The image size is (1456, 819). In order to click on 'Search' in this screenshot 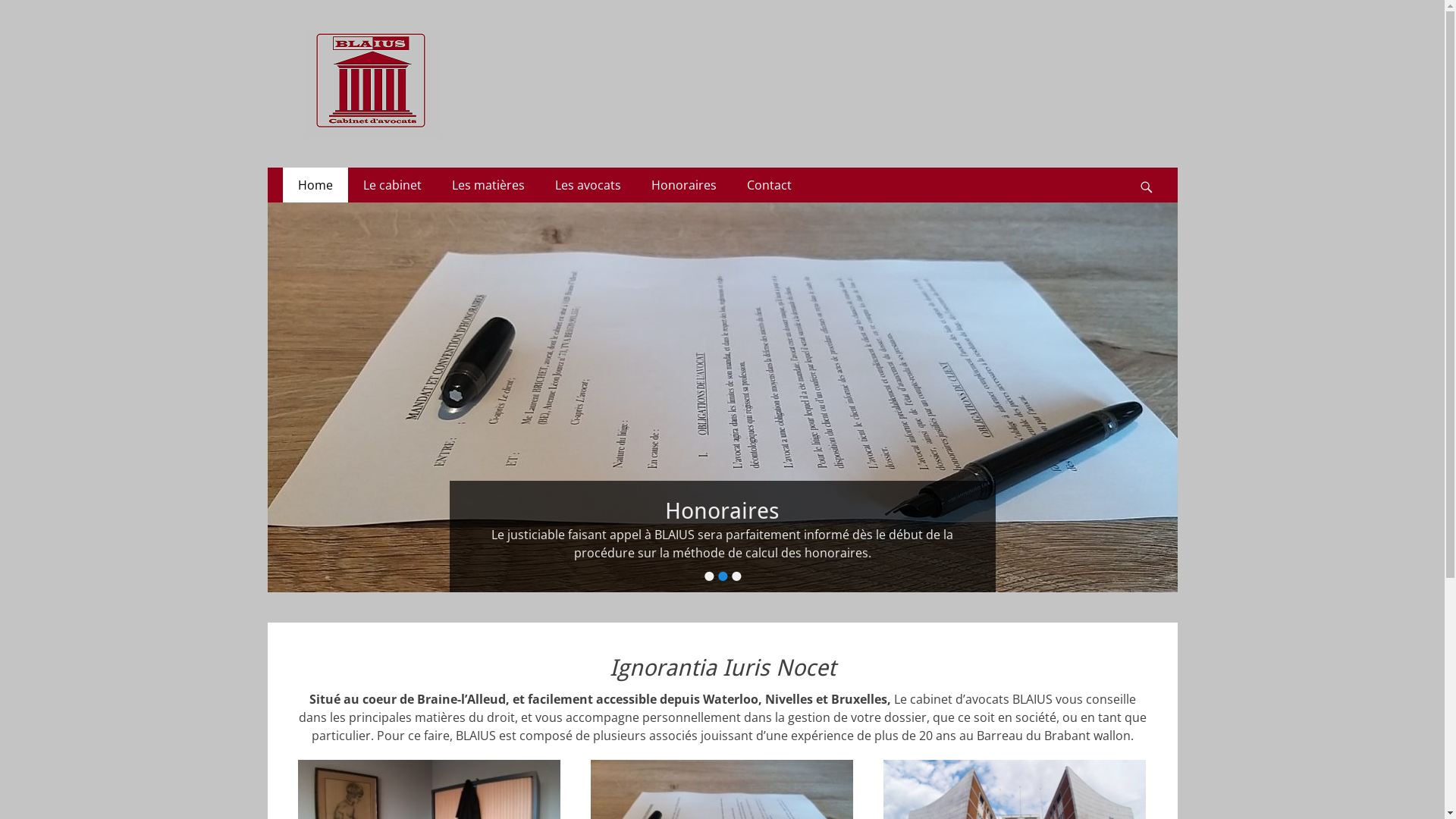, I will do `click(1153, 168)`.